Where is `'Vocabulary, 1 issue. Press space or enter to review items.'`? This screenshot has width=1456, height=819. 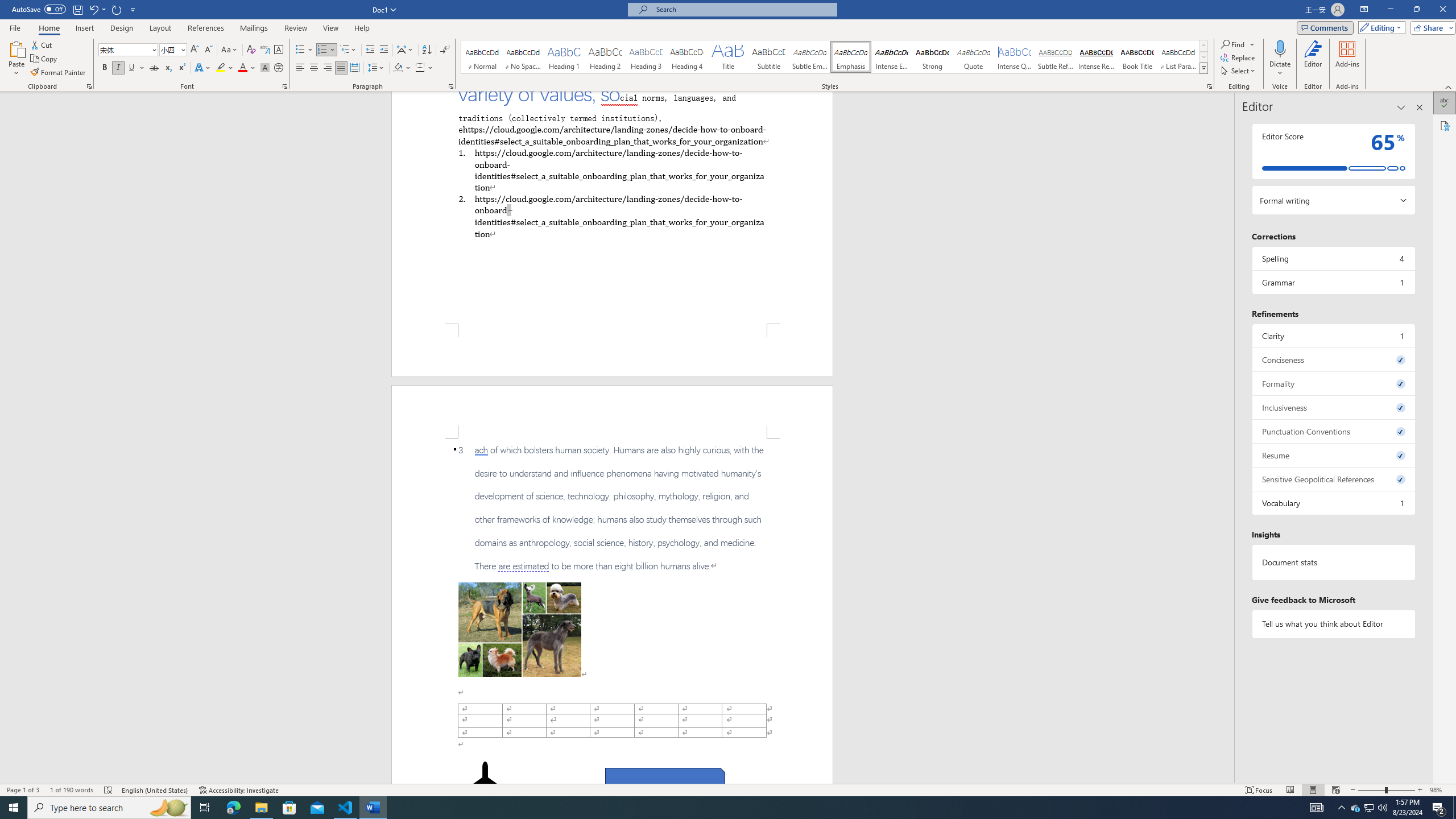
'Vocabulary, 1 issue. Press space or enter to review items.' is located at coordinates (1333, 503).